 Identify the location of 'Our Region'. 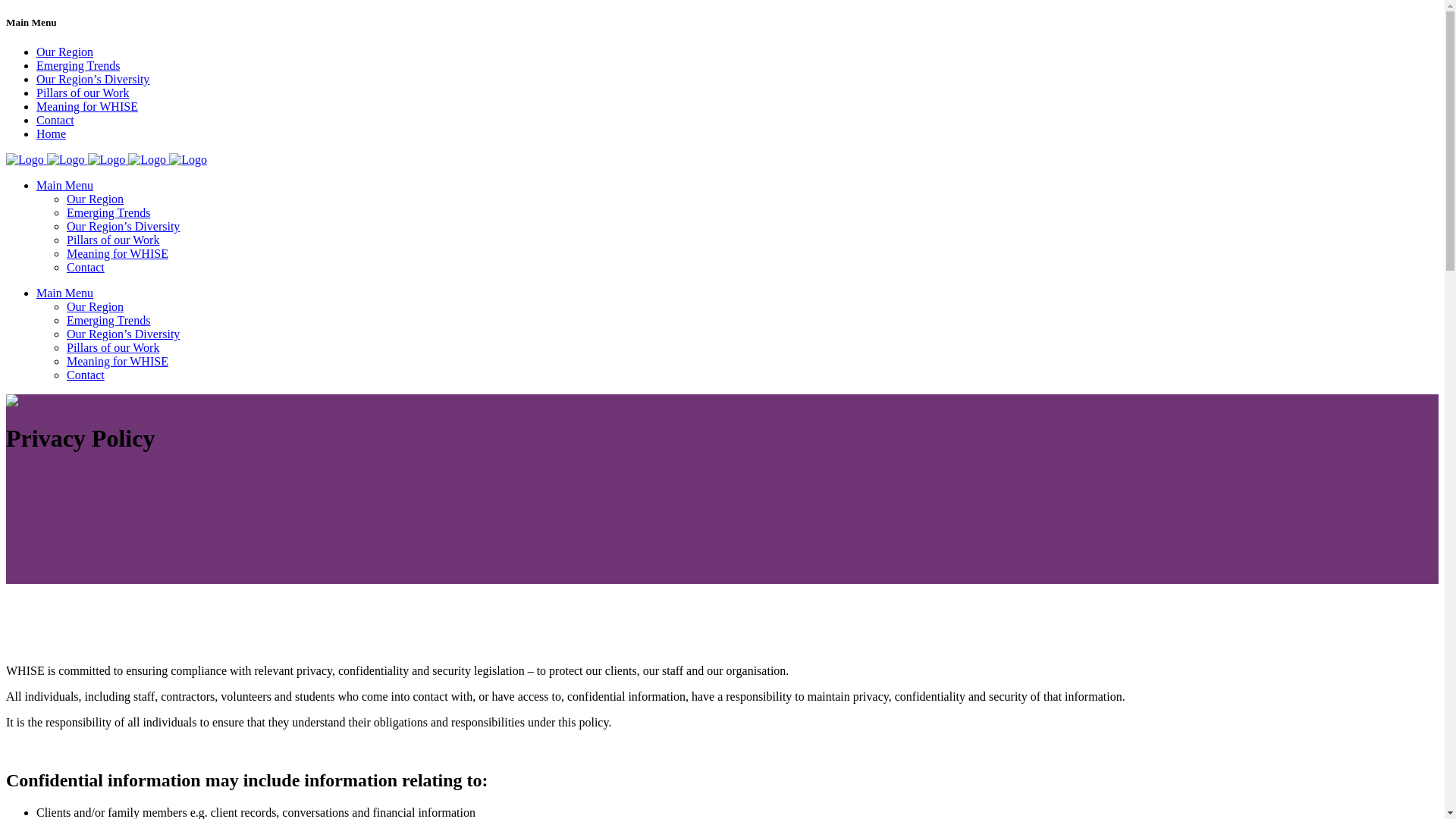
(64, 51).